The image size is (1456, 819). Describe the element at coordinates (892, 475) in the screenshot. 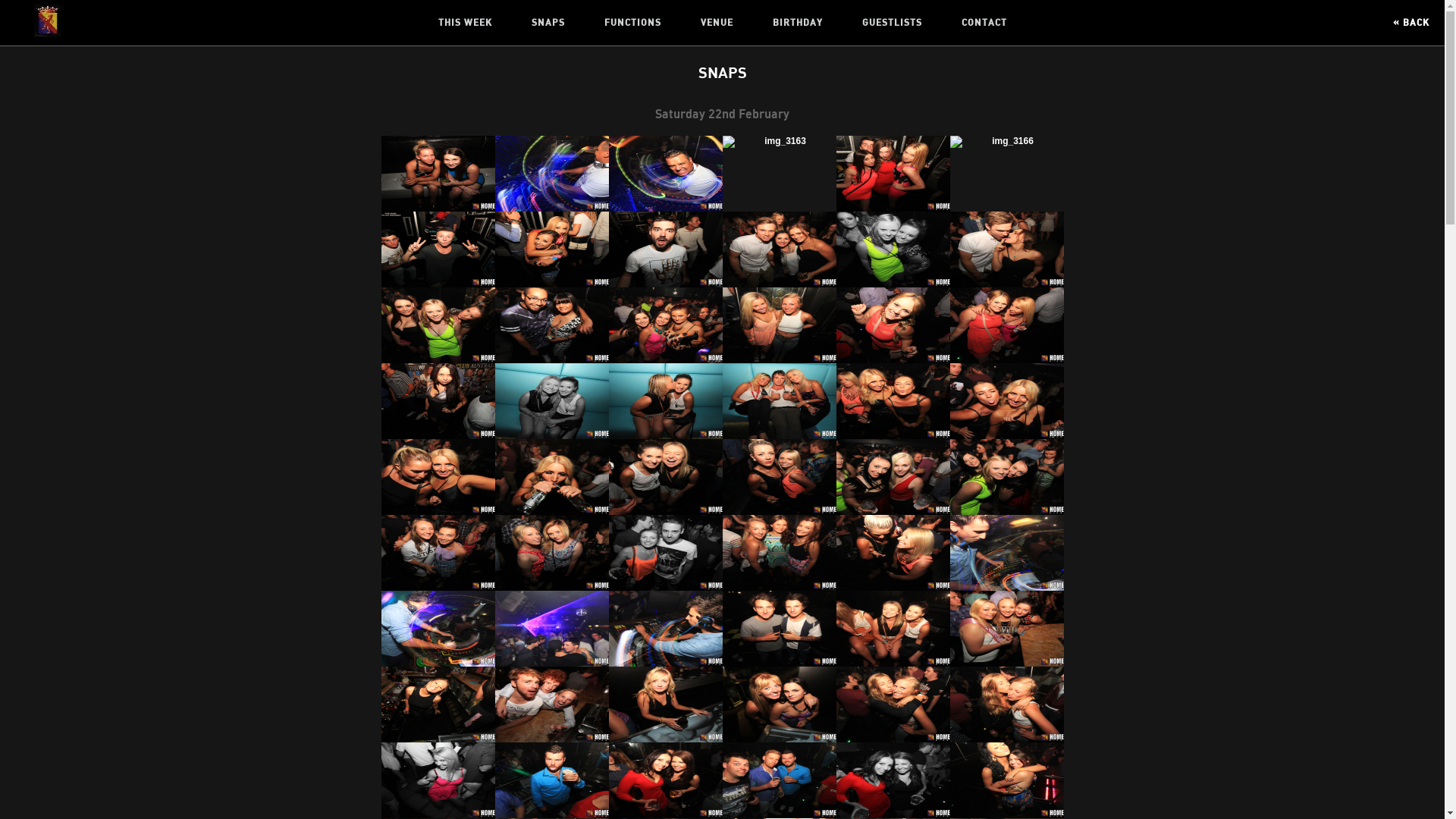

I see `' '` at that location.